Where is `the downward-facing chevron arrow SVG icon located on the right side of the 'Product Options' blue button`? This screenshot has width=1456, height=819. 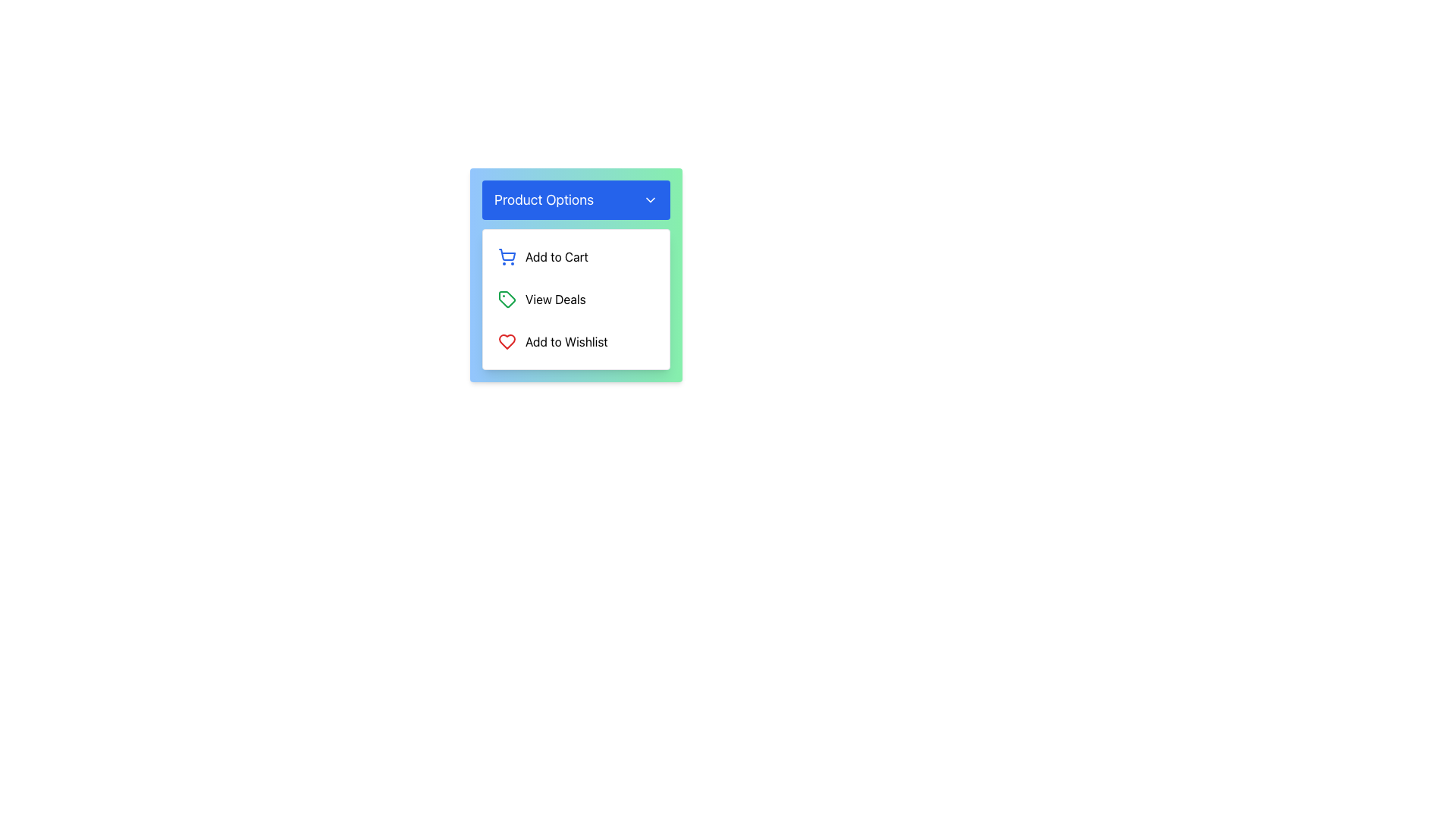
the downward-facing chevron arrow SVG icon located on the right side of the 'Product Options' blue button is located at coordinates (651, 199).